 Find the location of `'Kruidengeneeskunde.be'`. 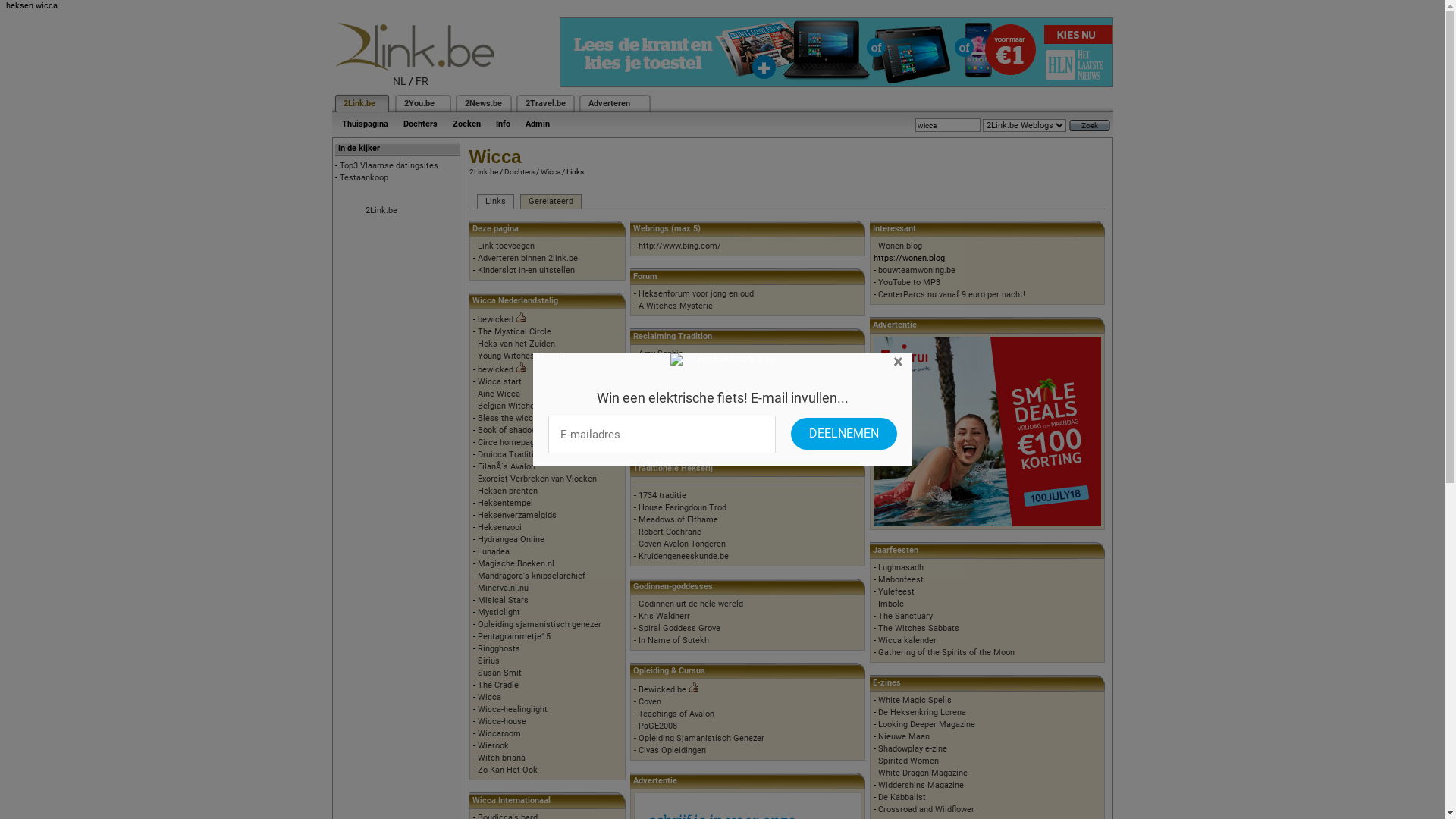

'Kruidengeneeskunde.be' is located at coordinates (682, 556).